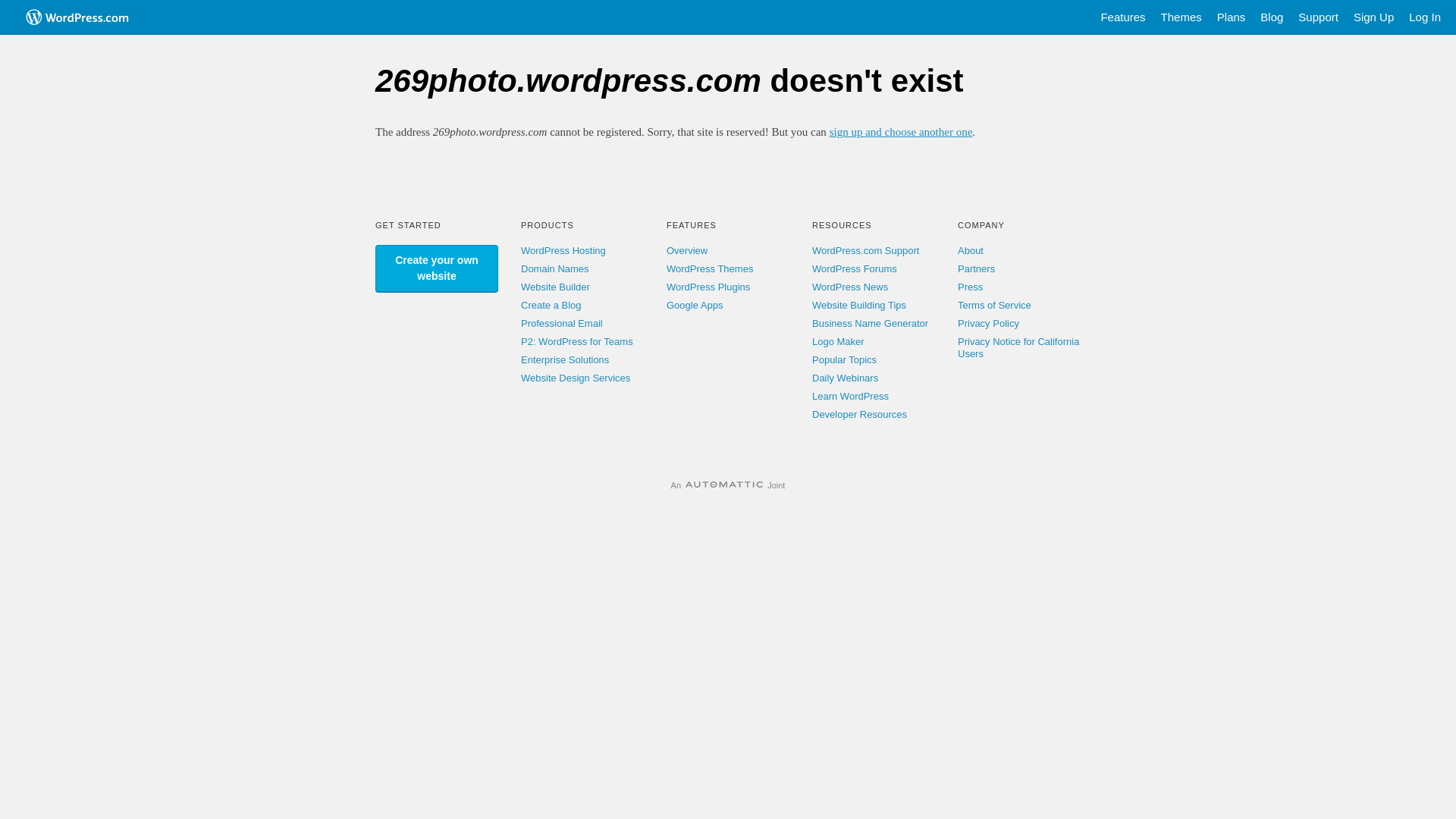  I want to click on 'Partners', so click(956, 268).